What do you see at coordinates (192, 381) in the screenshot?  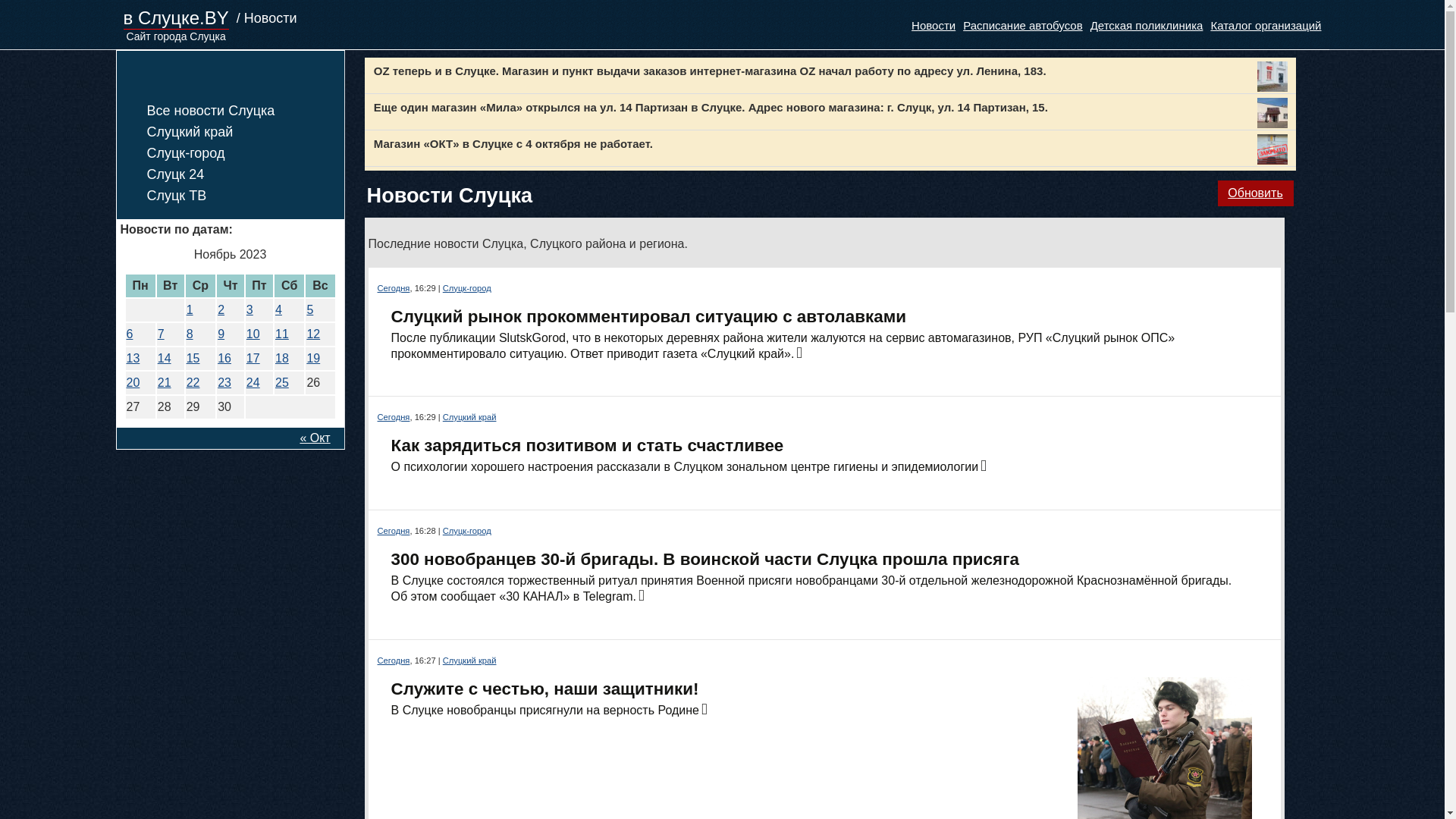 I see `'22'` at bounding box center [192, 381].